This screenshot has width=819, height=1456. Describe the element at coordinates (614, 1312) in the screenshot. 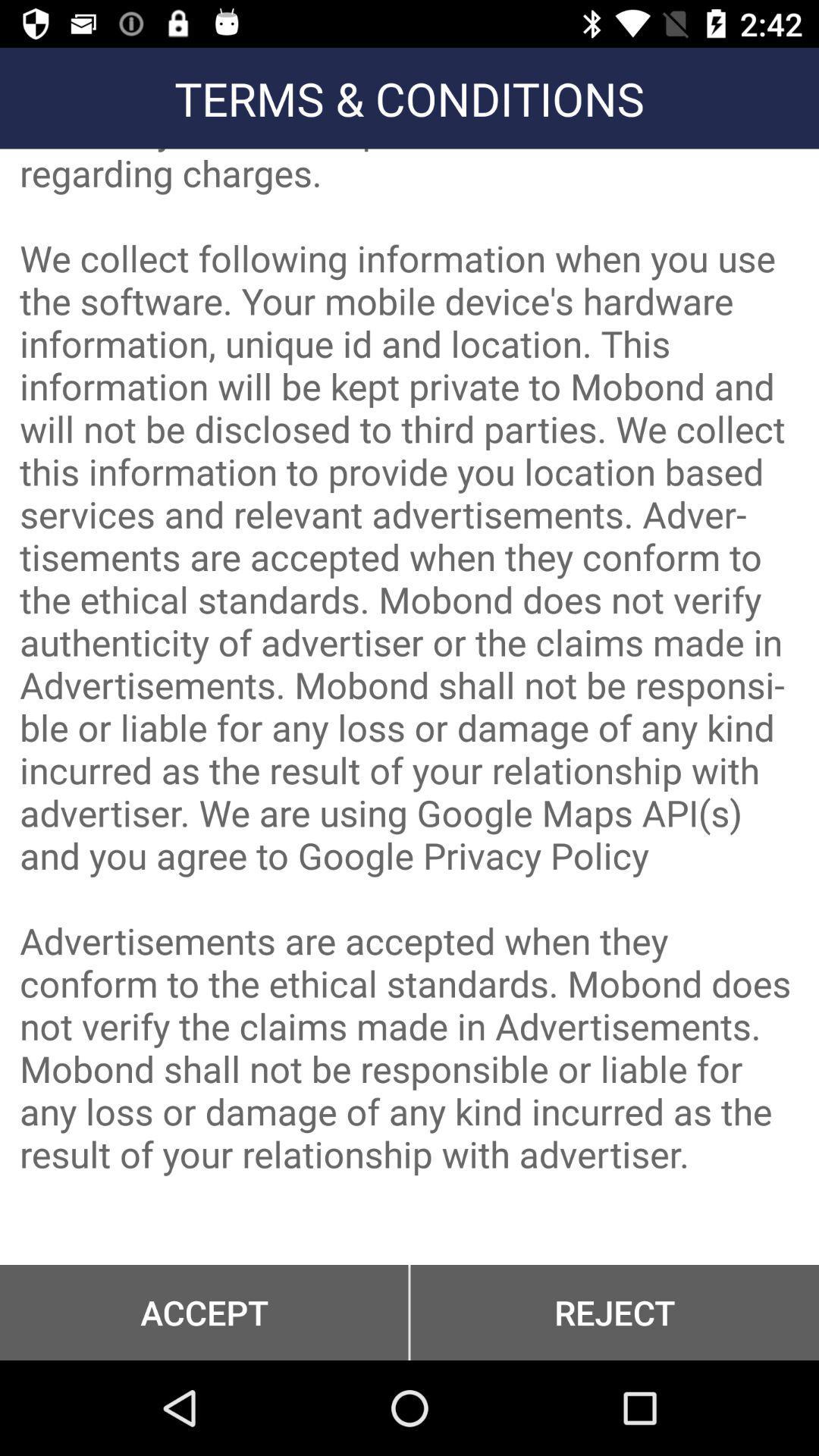

I see `button at the bottom right corner` at that location.